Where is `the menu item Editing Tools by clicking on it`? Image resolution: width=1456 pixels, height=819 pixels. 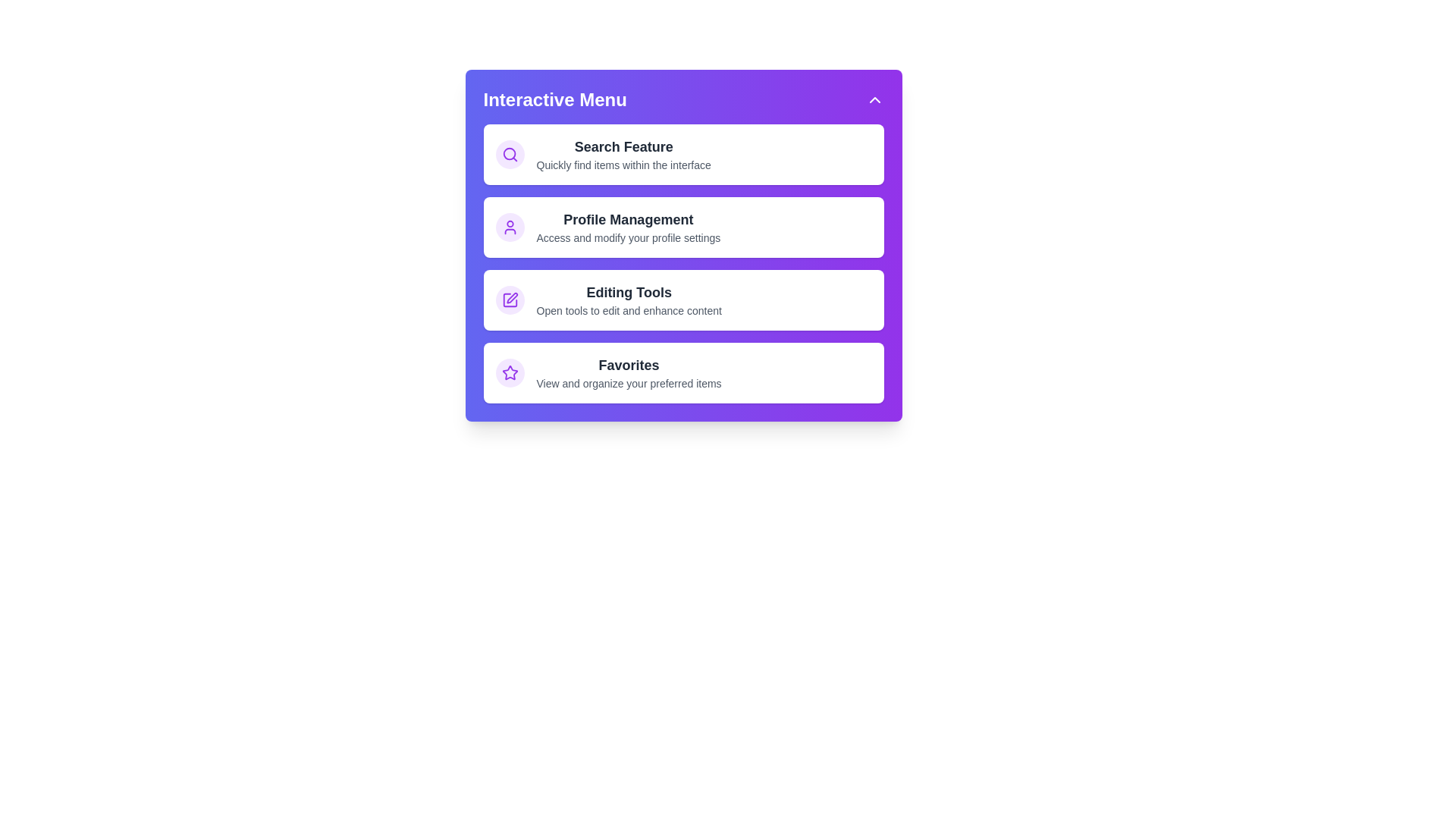
the menu item Editing Tools by clicking on it is located at coordinates (682, 300).